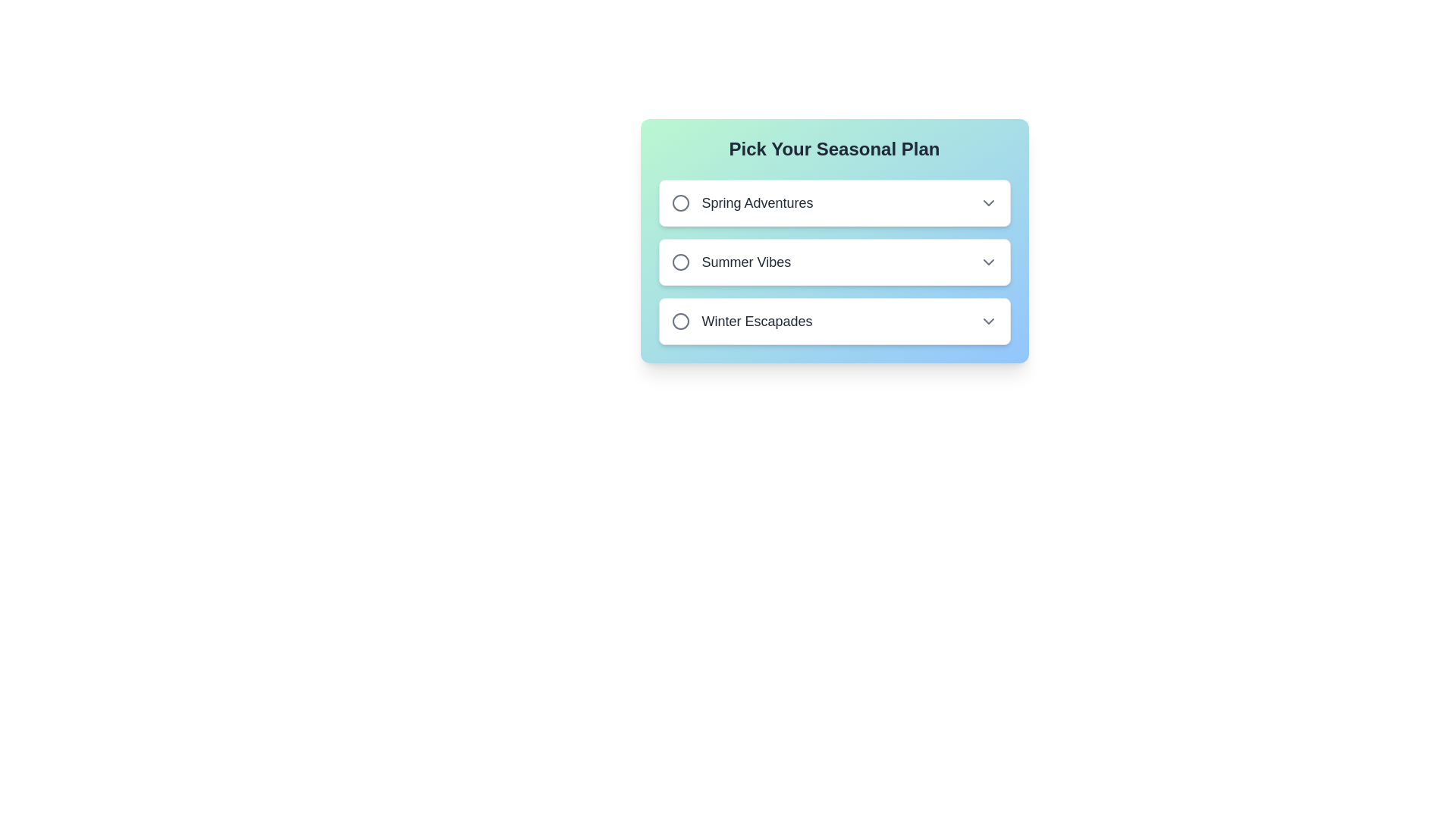  What do you see at coordinates (679, 262) in the screenshot?
I see `the circular radio button element located to the left of the text 'Summer Vibes'` at bounding box center [679, 262].